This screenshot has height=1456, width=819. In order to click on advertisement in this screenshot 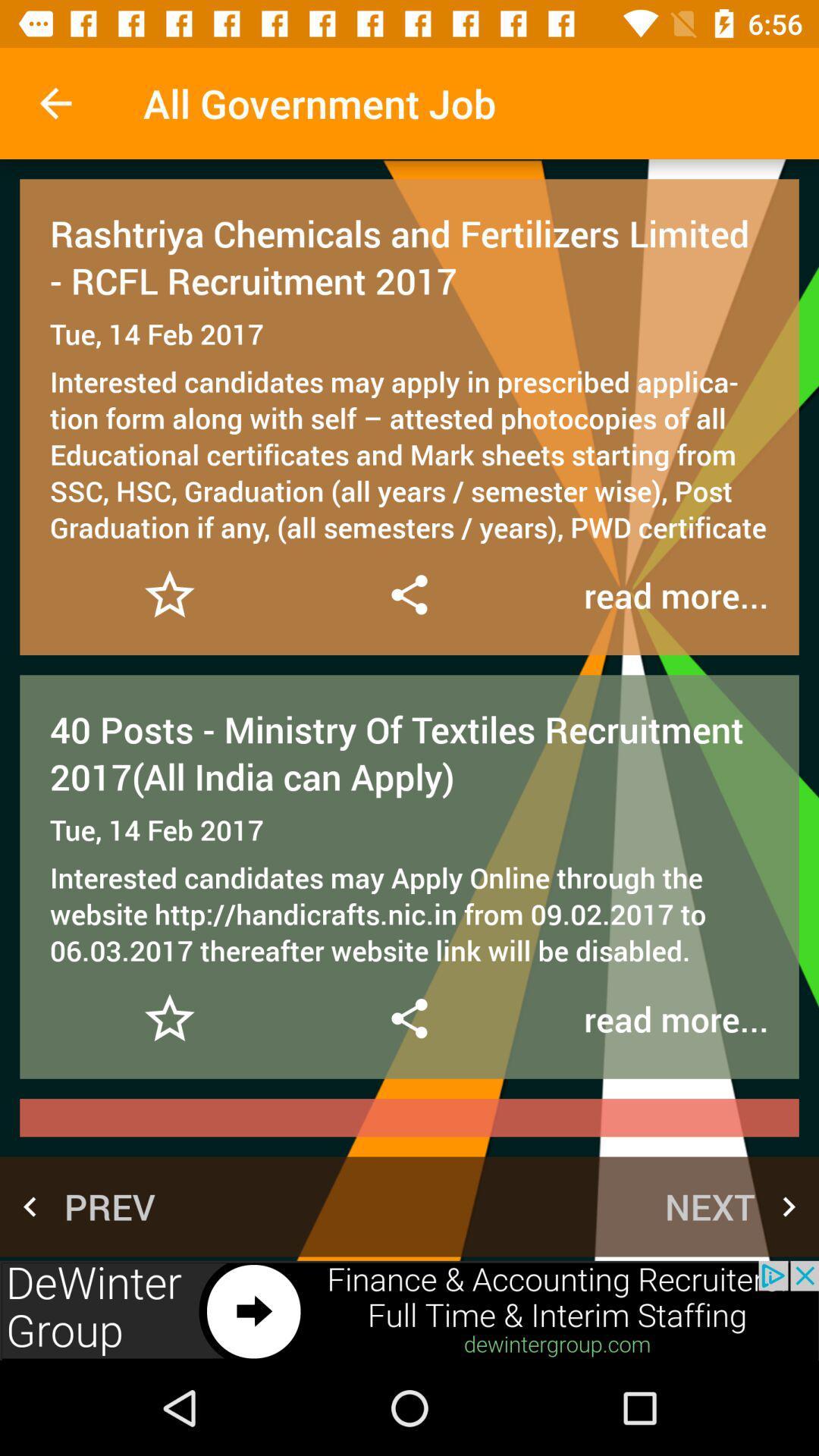, I will do `click(409, 1310)`.